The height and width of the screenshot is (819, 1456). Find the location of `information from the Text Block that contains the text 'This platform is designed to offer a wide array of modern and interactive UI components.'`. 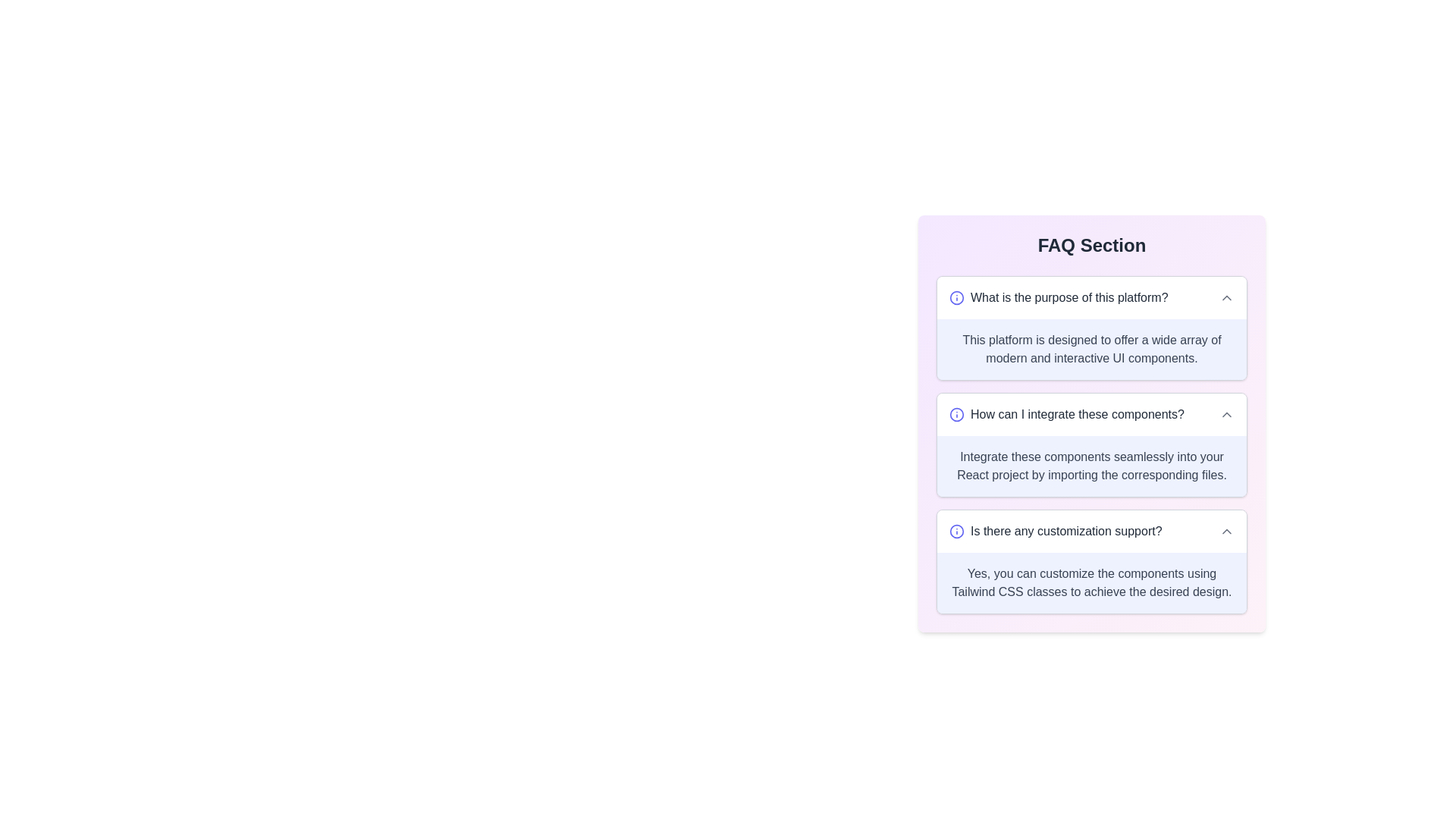

information from the Text Block that contains the text 'This platform is designed to offer a wide array of modern and interactive UI components.' is located at coordinates (1092, 350).